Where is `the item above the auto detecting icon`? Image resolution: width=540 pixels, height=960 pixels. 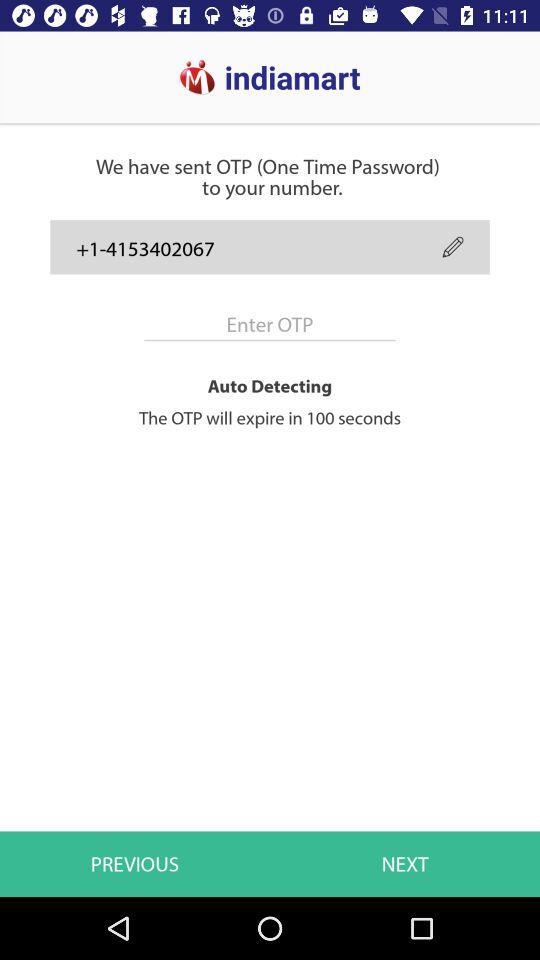
the item above the auto detecting icon is located at coordinates (453, 246).